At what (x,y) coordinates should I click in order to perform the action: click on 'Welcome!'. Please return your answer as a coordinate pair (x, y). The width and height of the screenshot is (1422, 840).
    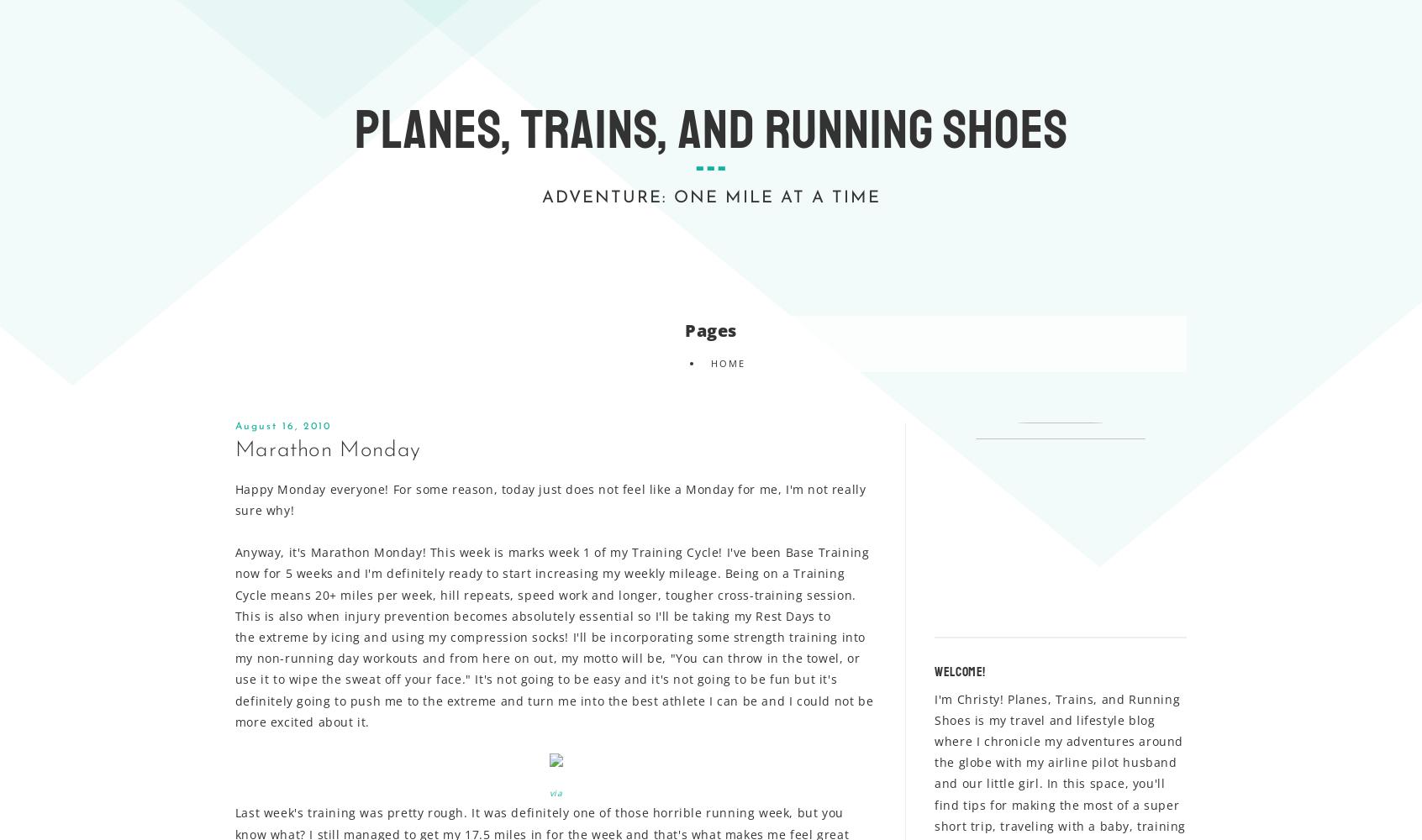
    Looking at the image, I should click on (958, 671).